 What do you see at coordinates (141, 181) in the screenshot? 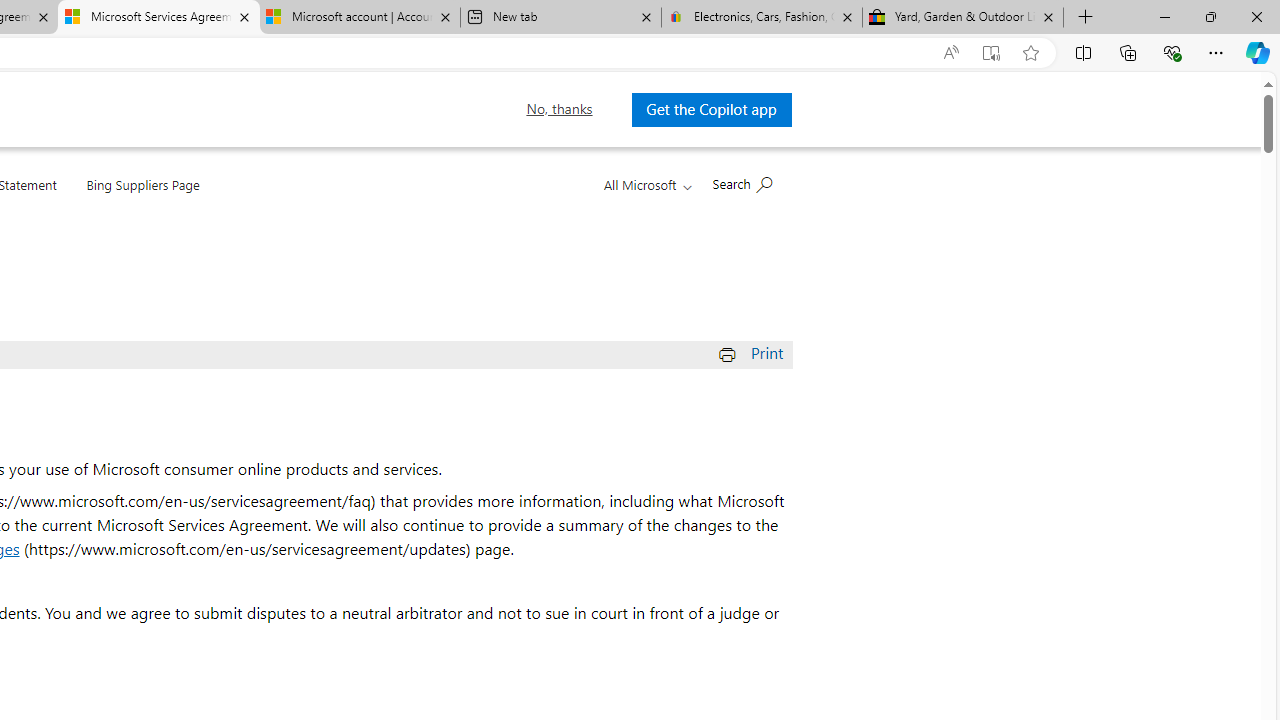
I see `'Bing Suppliers Page'` at bounding box center [141, 181].